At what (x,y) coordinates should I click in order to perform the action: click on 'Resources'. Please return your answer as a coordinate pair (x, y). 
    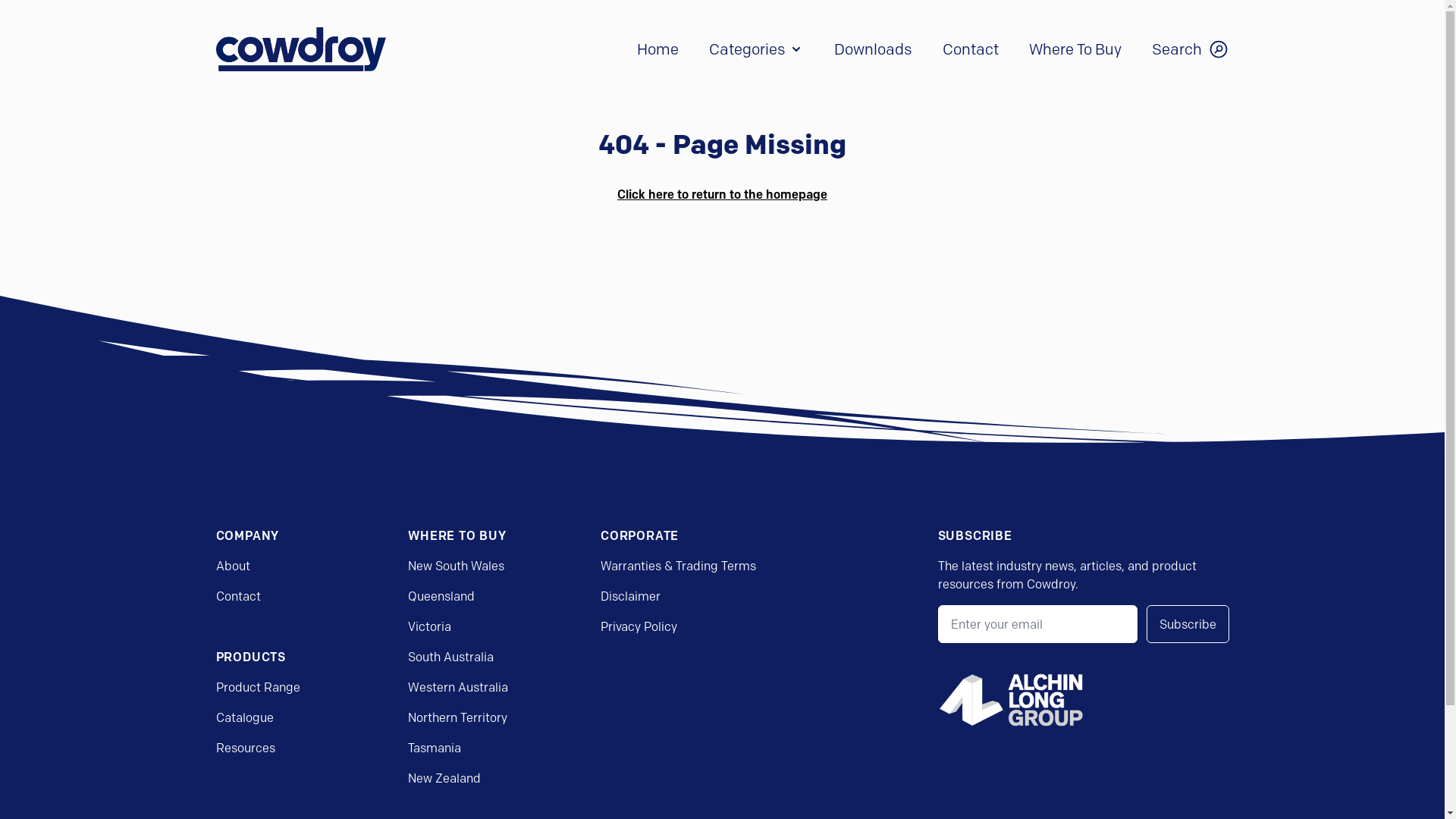
    Looking at the image, I should click on (244, 747).